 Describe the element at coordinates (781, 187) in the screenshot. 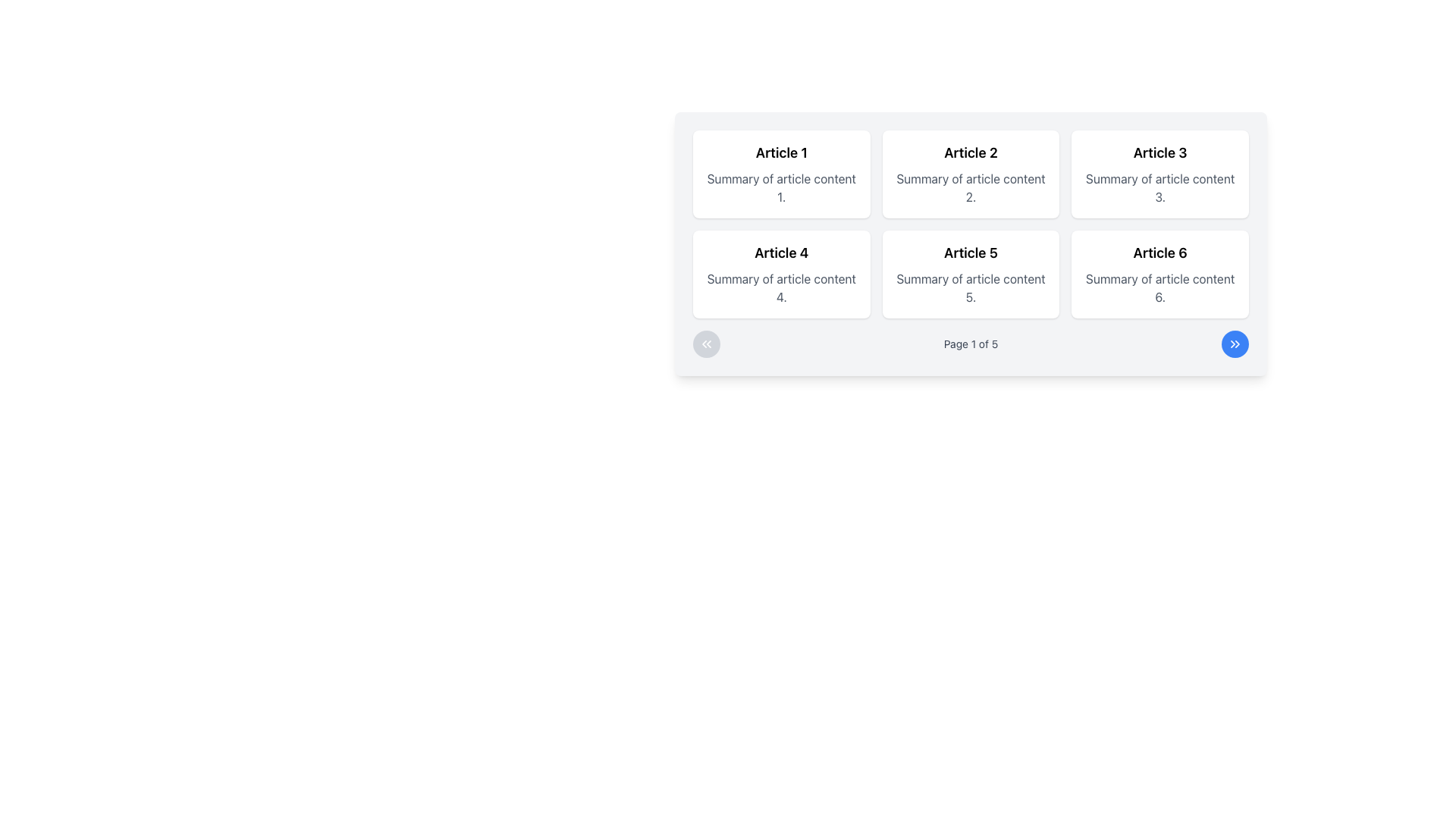

I see `the text component displaying 'Summary of article content 1.' located below the title 'Article 1' in the first article card` at that location.